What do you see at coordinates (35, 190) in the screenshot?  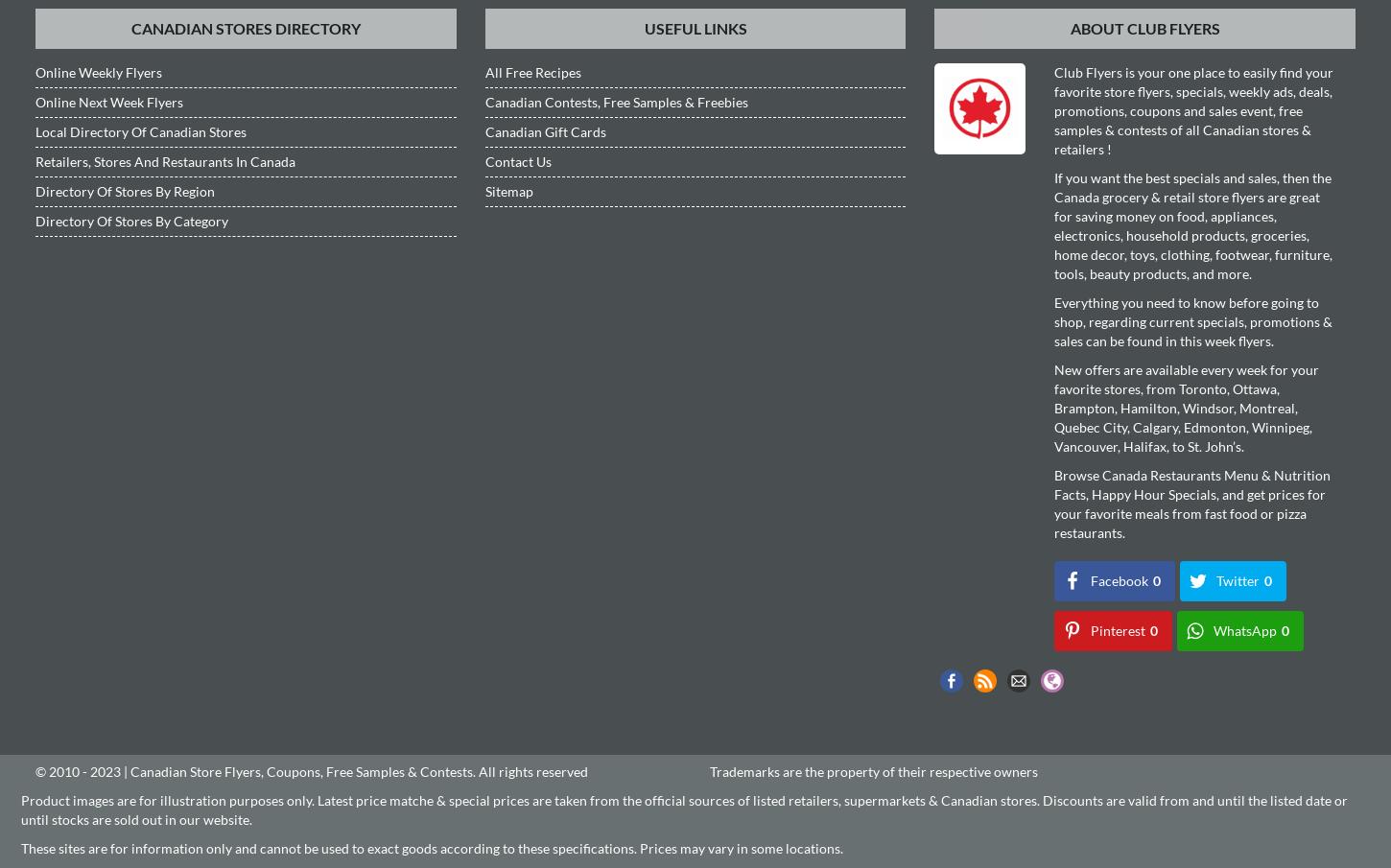 I see `'Directory Of Stores By Region'` at bounding box center [35, 190].